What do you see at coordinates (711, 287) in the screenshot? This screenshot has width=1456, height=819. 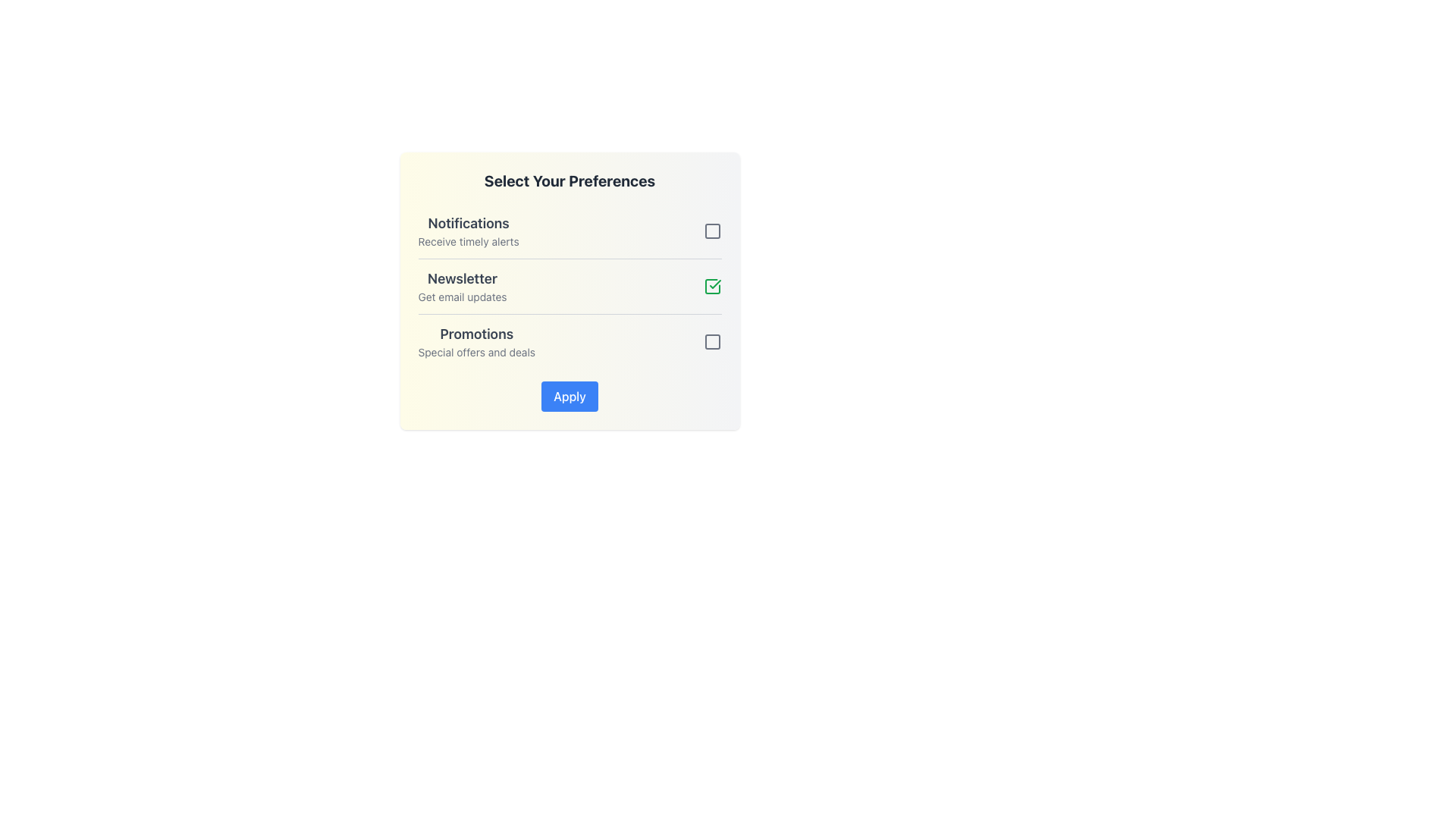 I see `attributes of the checkbox icon associated with the 'Newsletter' option, which is represented by a square outline containing a green checkmark` at bounding box center [711, 287].